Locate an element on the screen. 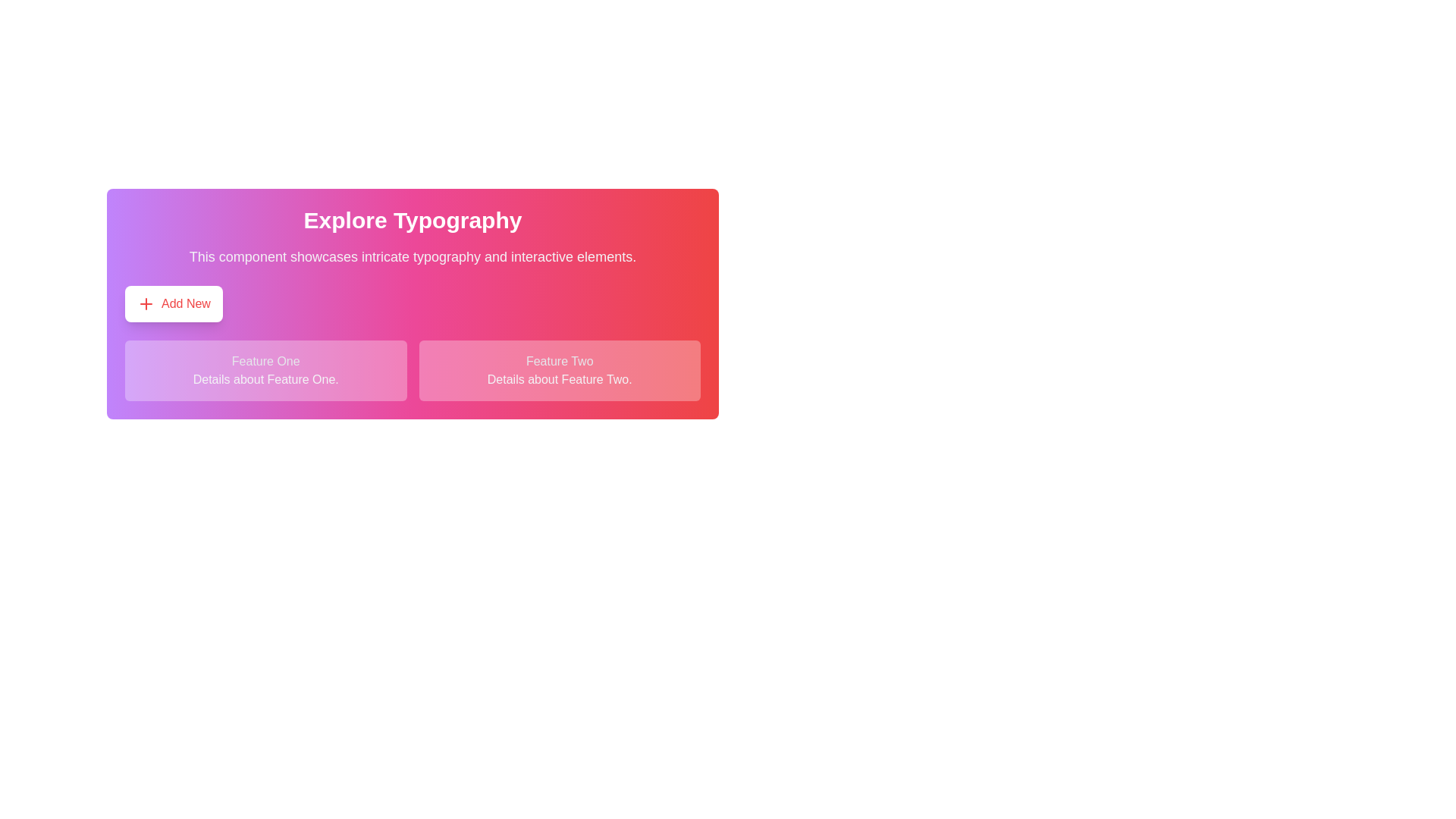  the Informational Card labeled 'Feature Two', which has a gradient background from white to pink and contains the text 'Feature Two' in bold light gray is located at coordinates (559, 371).